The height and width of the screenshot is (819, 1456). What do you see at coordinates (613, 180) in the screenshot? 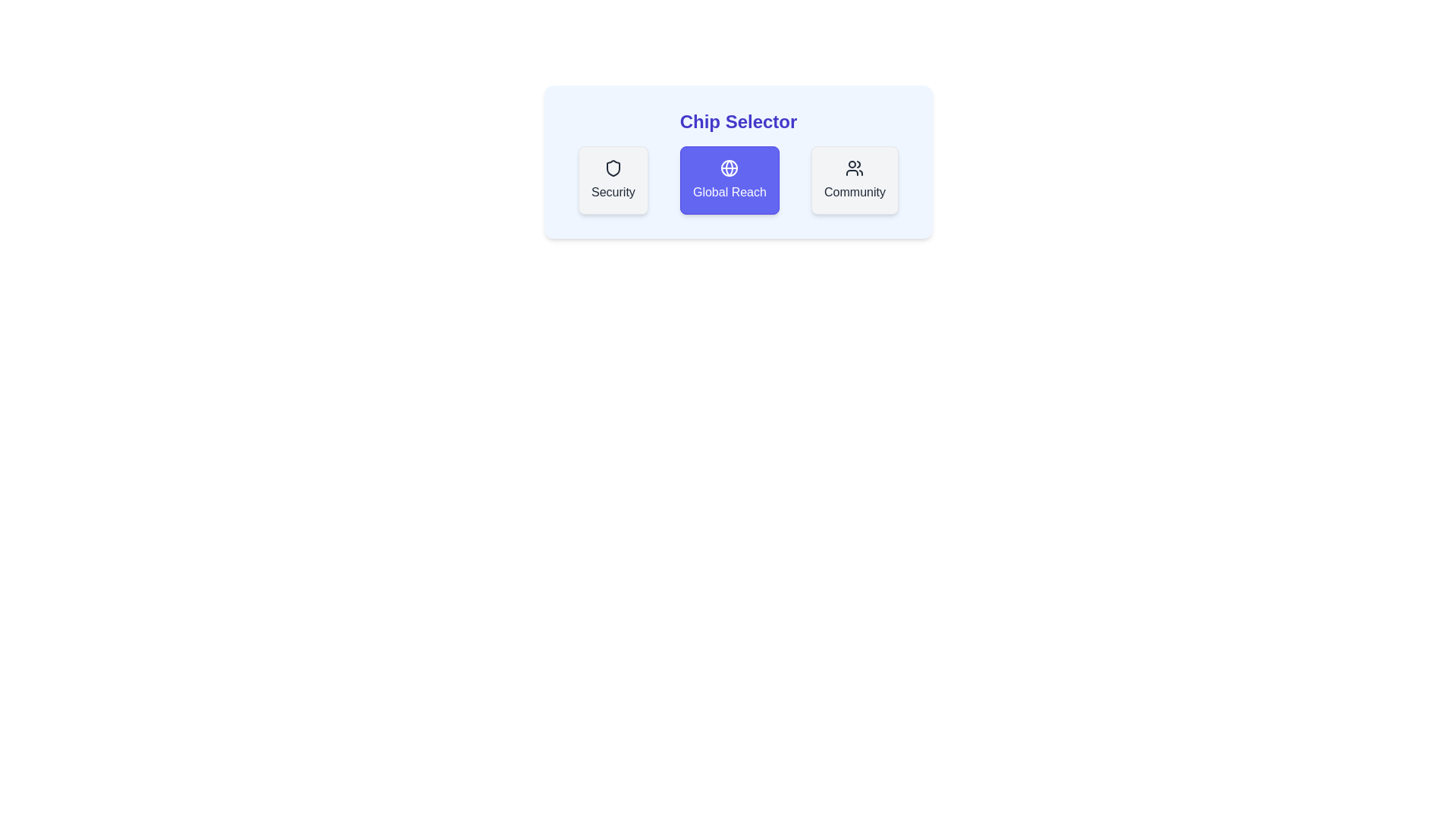
I see `the chip labeled Security` at bounding box center [613, 180].